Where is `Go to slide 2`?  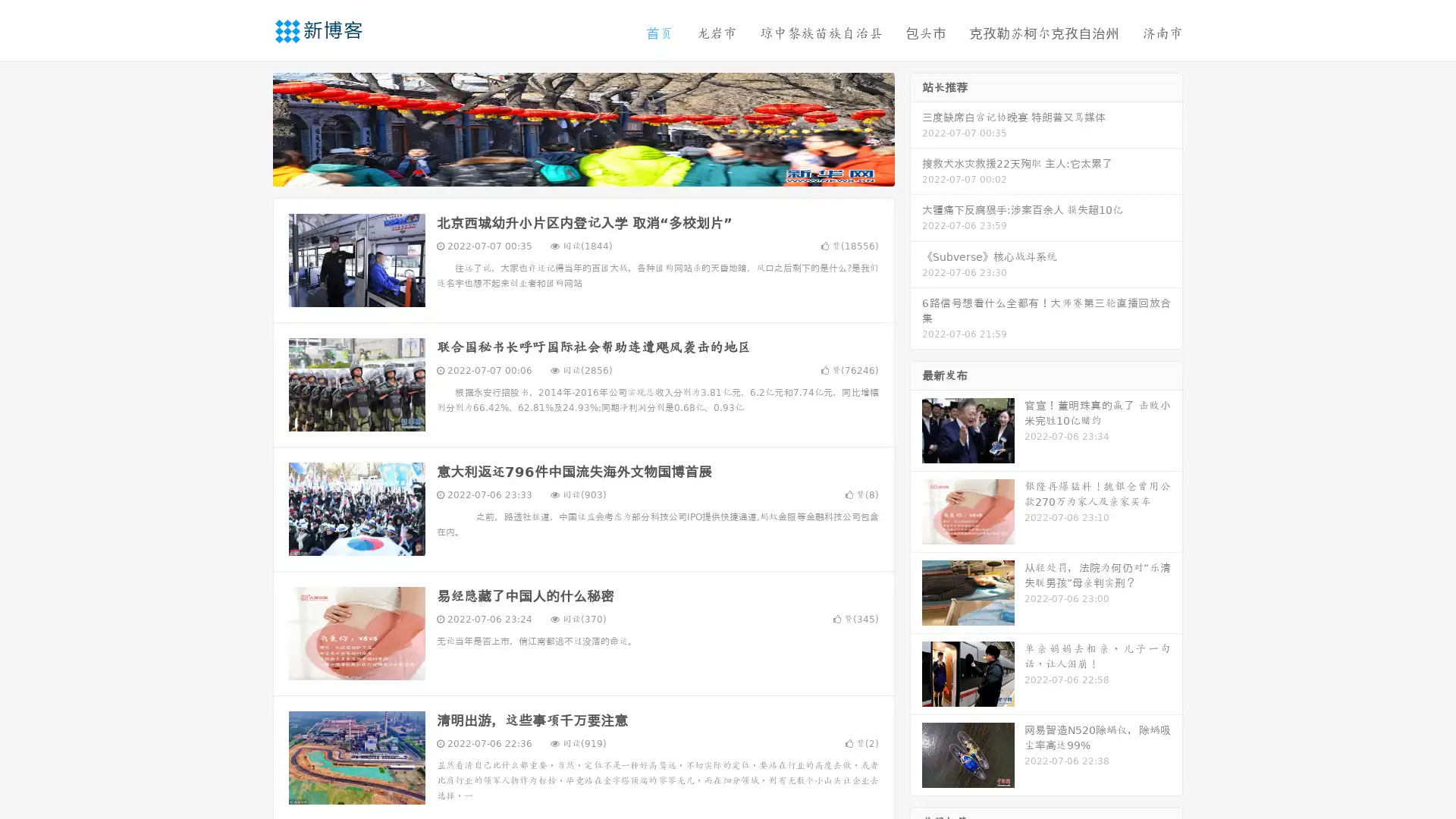
Go to slide 2 is located at coordinates (582, 171).